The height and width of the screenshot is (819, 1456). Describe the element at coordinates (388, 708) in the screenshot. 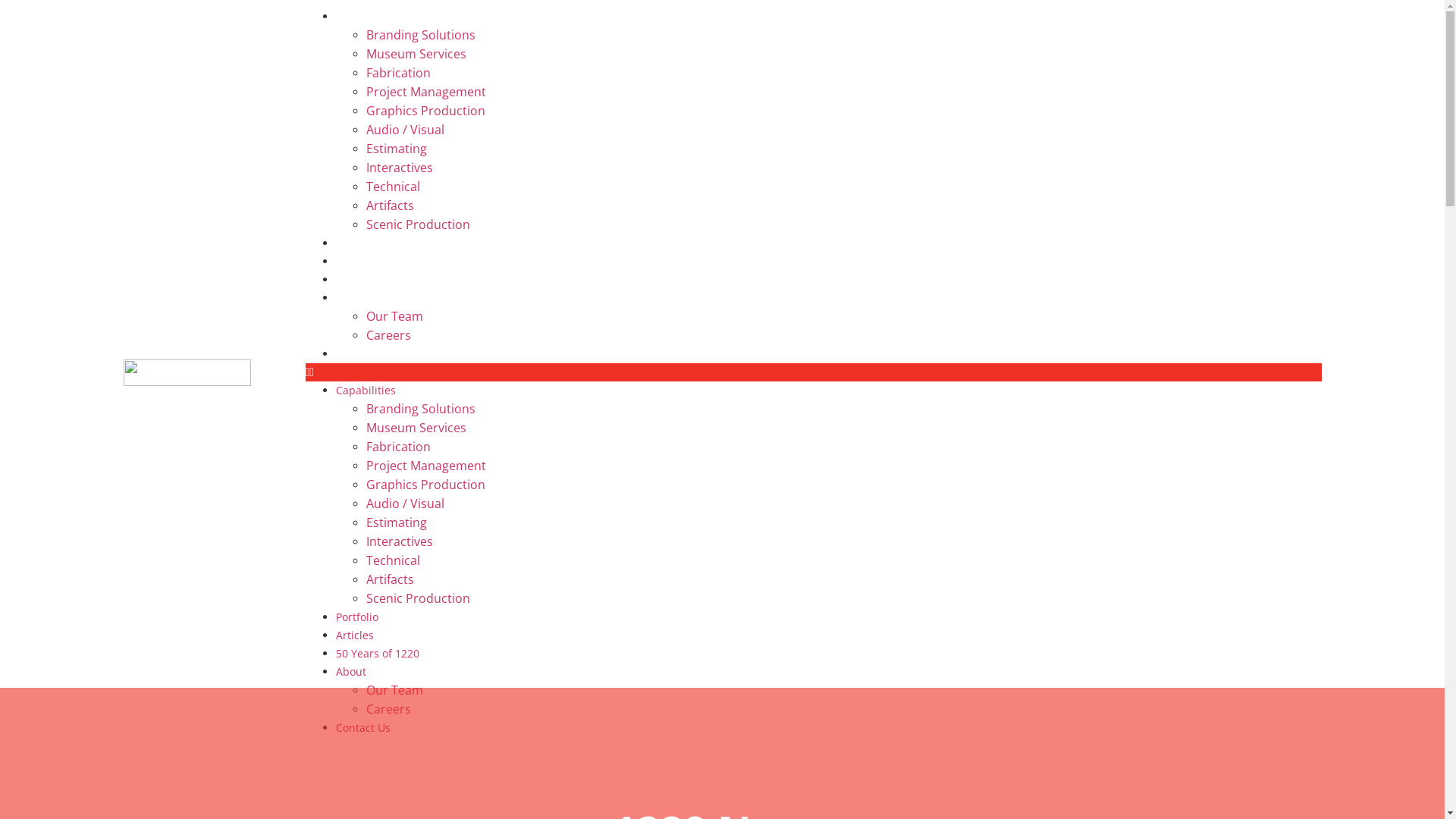

I see `'Careers'` at that location.